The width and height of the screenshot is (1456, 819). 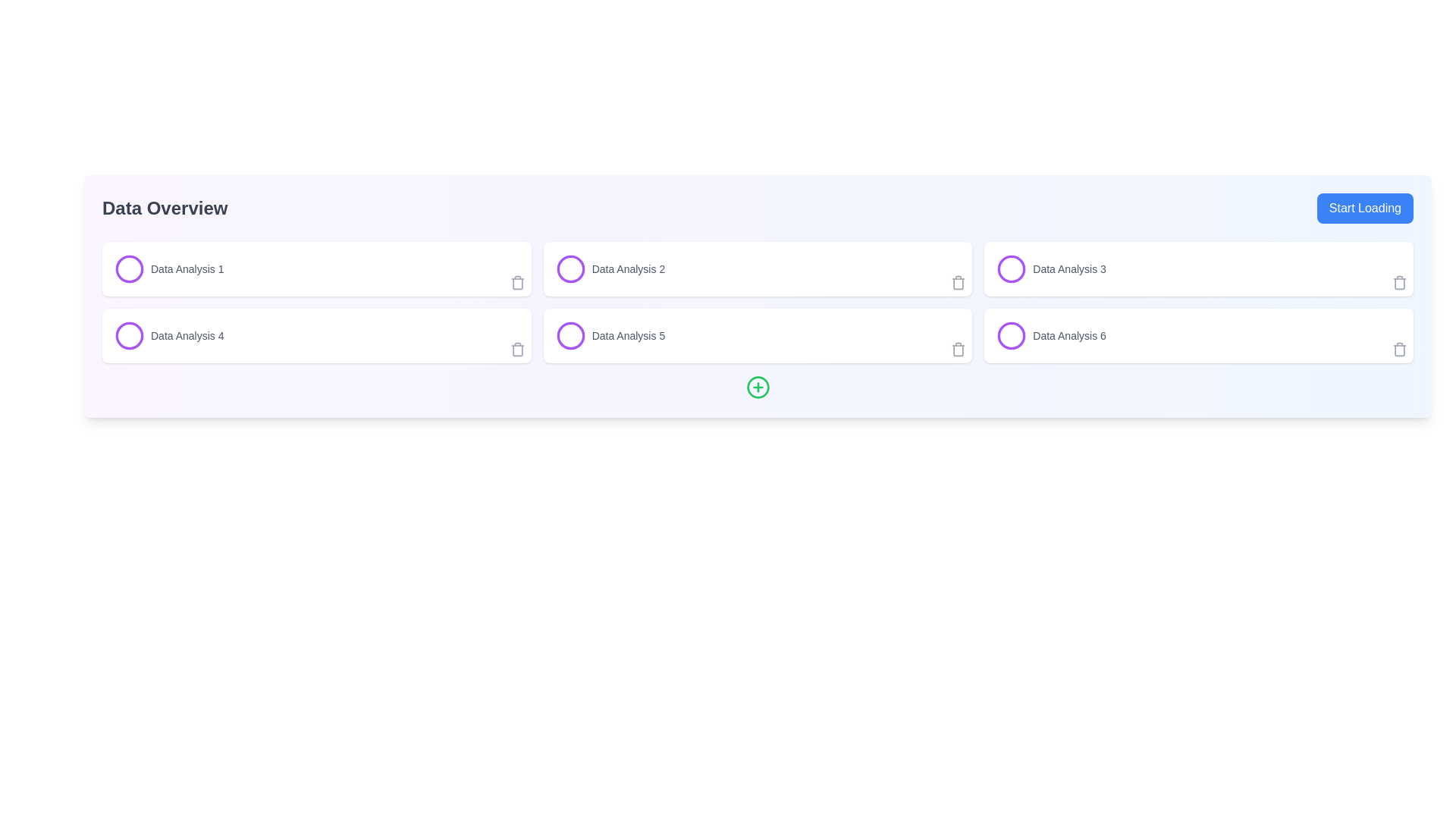 What do you see at coordinates (130, 335) in the screenshot?
I see `the unfilled circular icon with a purple stroke located in the second row of the 'Data Overview' section within the 'Data Analysis 4' interface box` at bounding box center [130, 335].